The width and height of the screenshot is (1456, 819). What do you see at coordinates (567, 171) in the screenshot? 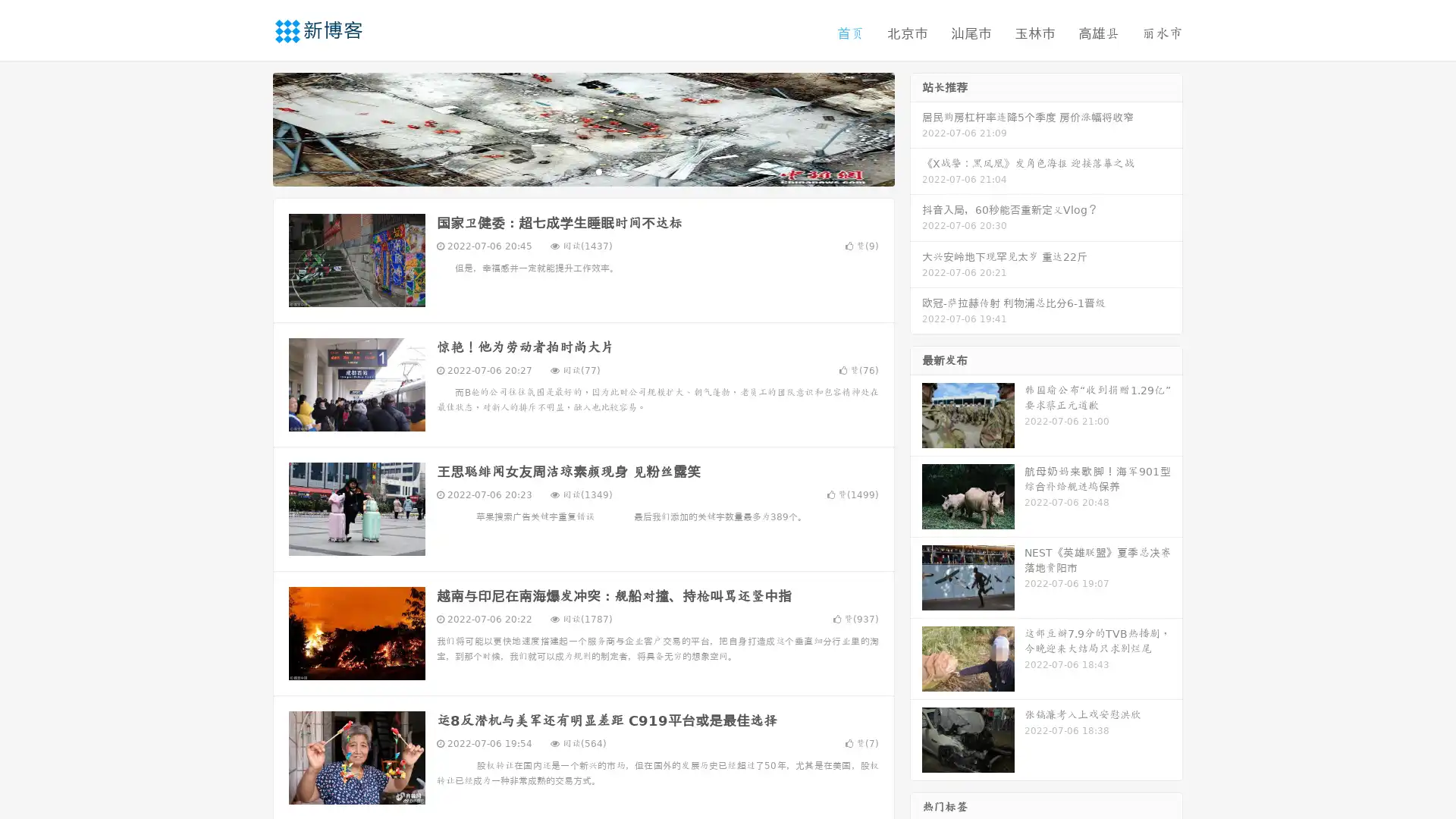
I see `Go to slide 1` at bounding box center [567, 171].